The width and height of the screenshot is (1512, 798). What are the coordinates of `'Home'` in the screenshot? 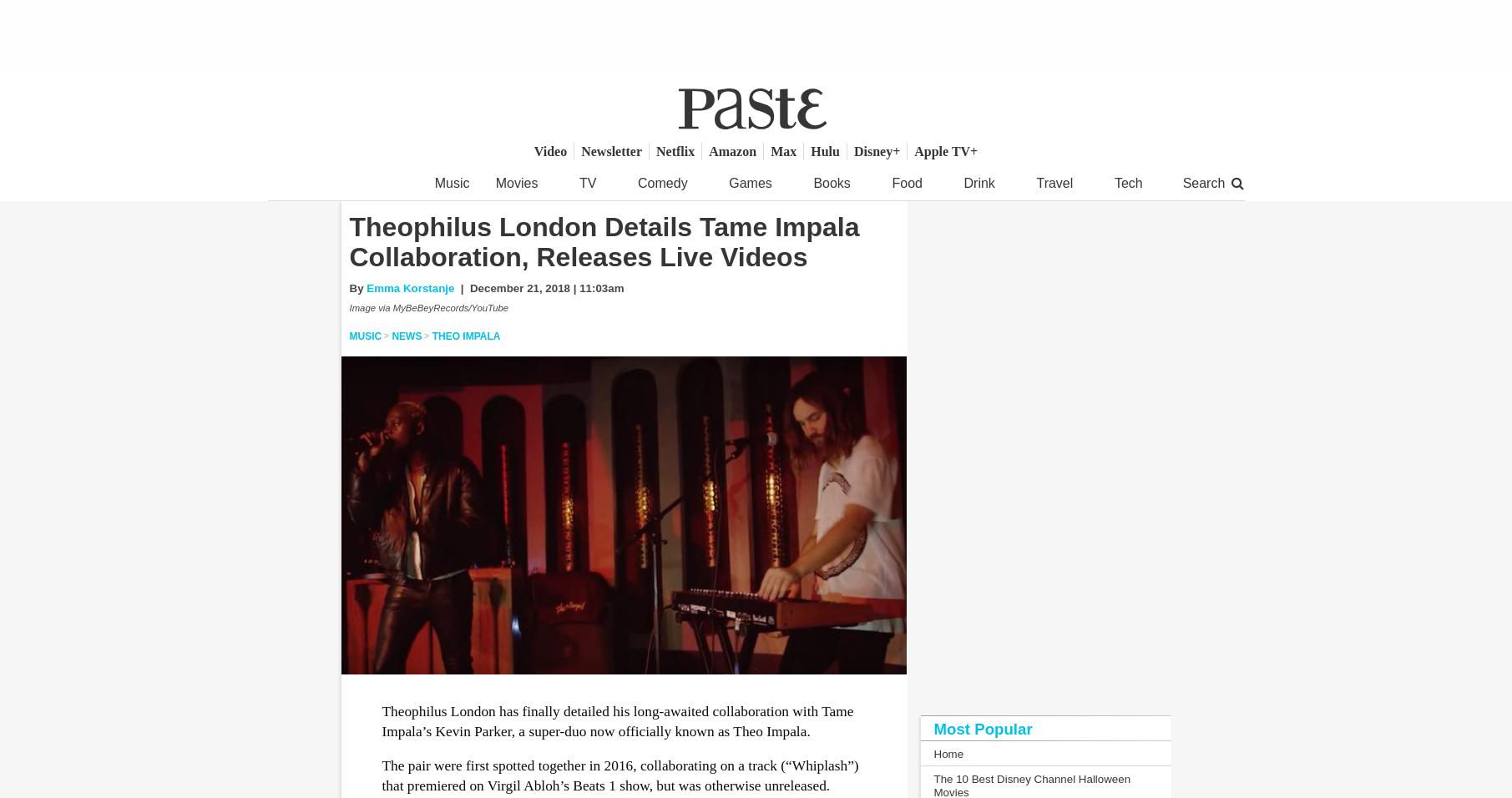 It's located at (932, 754).